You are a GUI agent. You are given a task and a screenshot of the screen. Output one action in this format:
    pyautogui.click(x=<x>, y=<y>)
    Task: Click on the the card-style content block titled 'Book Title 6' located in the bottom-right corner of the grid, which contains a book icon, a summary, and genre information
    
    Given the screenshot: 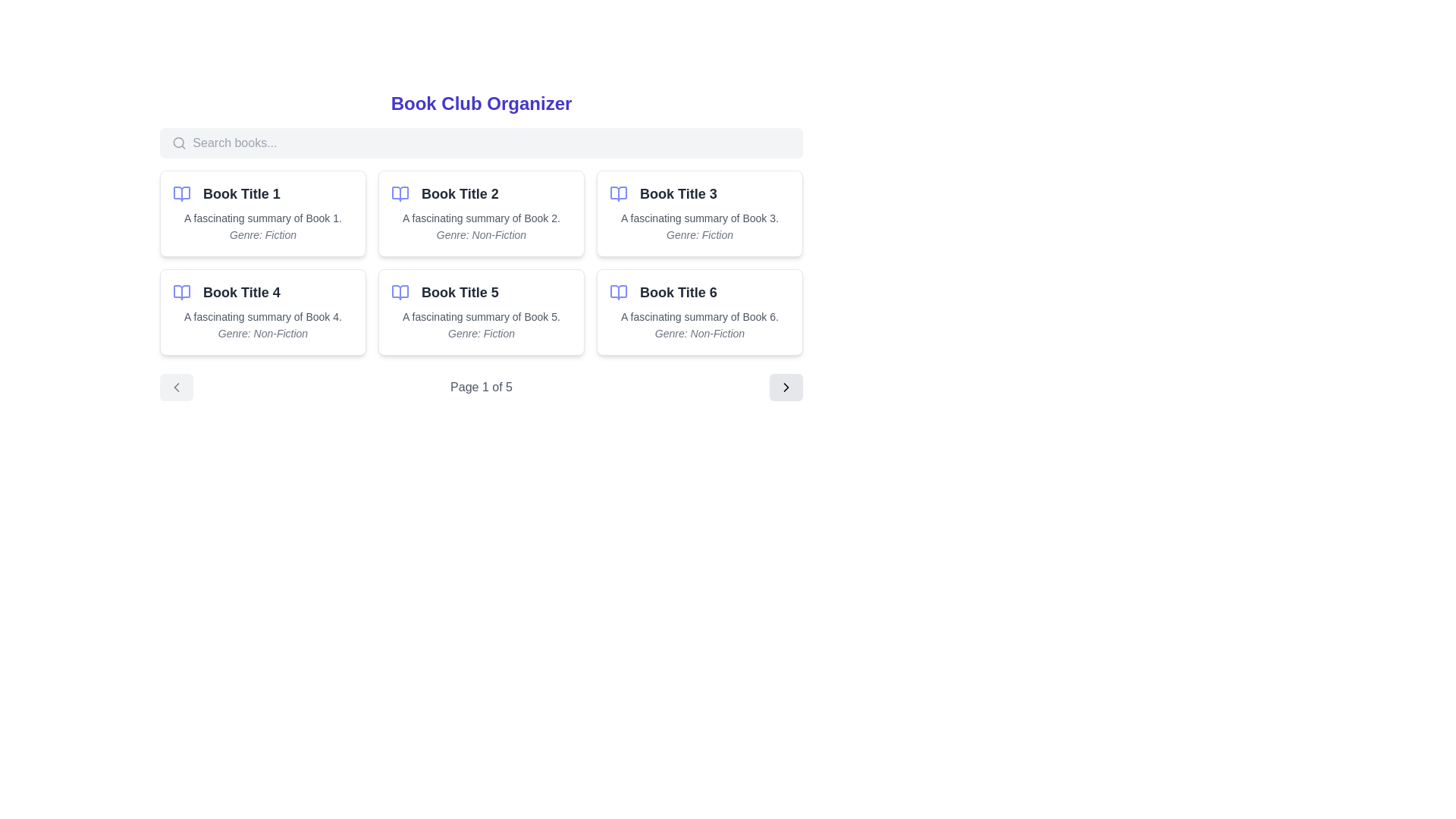 What is the action you would take?
    pyautogui.click(x=698, y=312)
    